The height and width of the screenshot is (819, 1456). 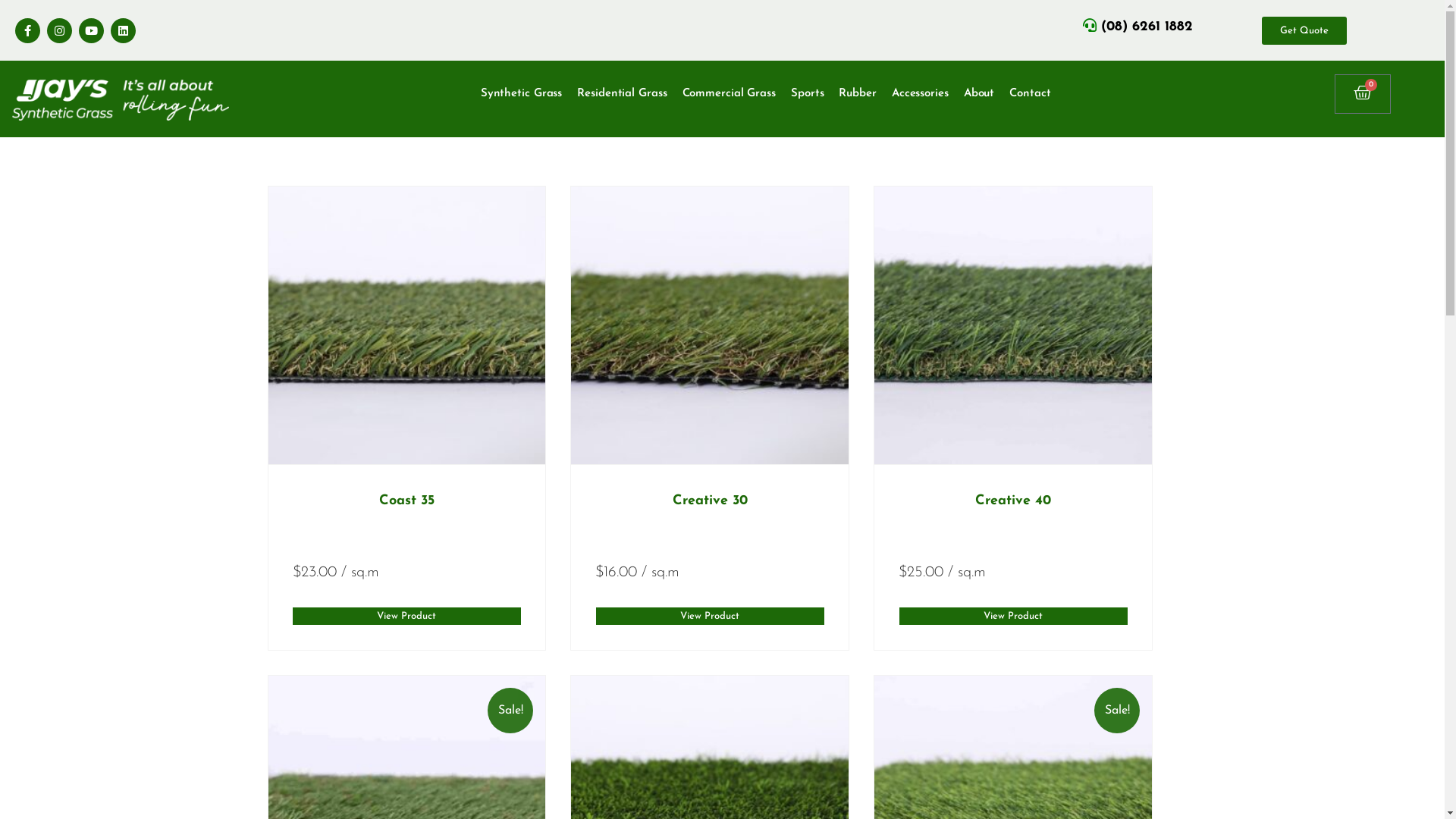 What do you see at coordinates (521, 93) in the screenshot?
I see `'Synthetic Grass'` at bounding box center [521, 93].